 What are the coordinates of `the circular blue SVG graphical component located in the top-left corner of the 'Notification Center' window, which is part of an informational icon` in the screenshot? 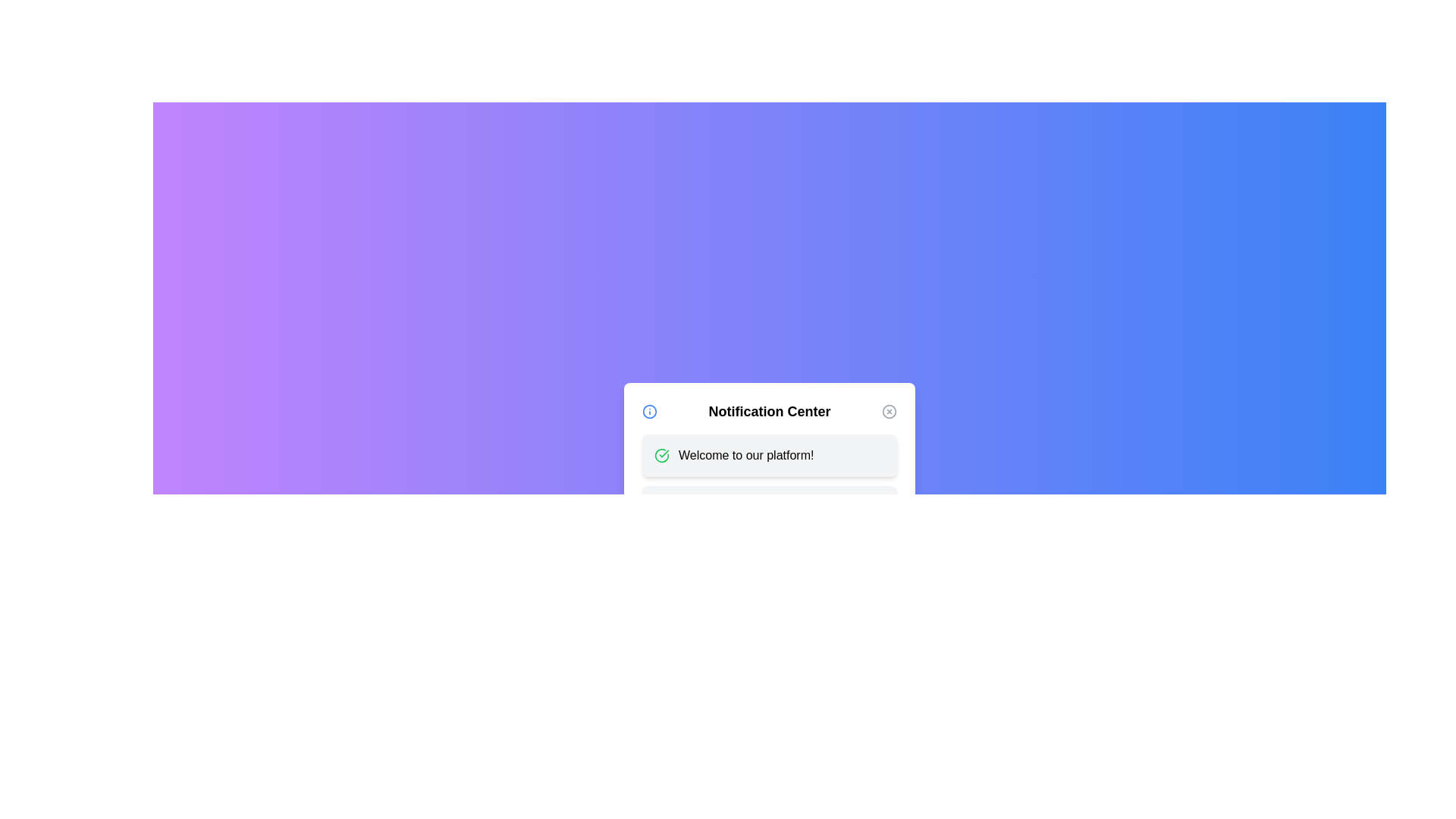 It's located at (650, 412).